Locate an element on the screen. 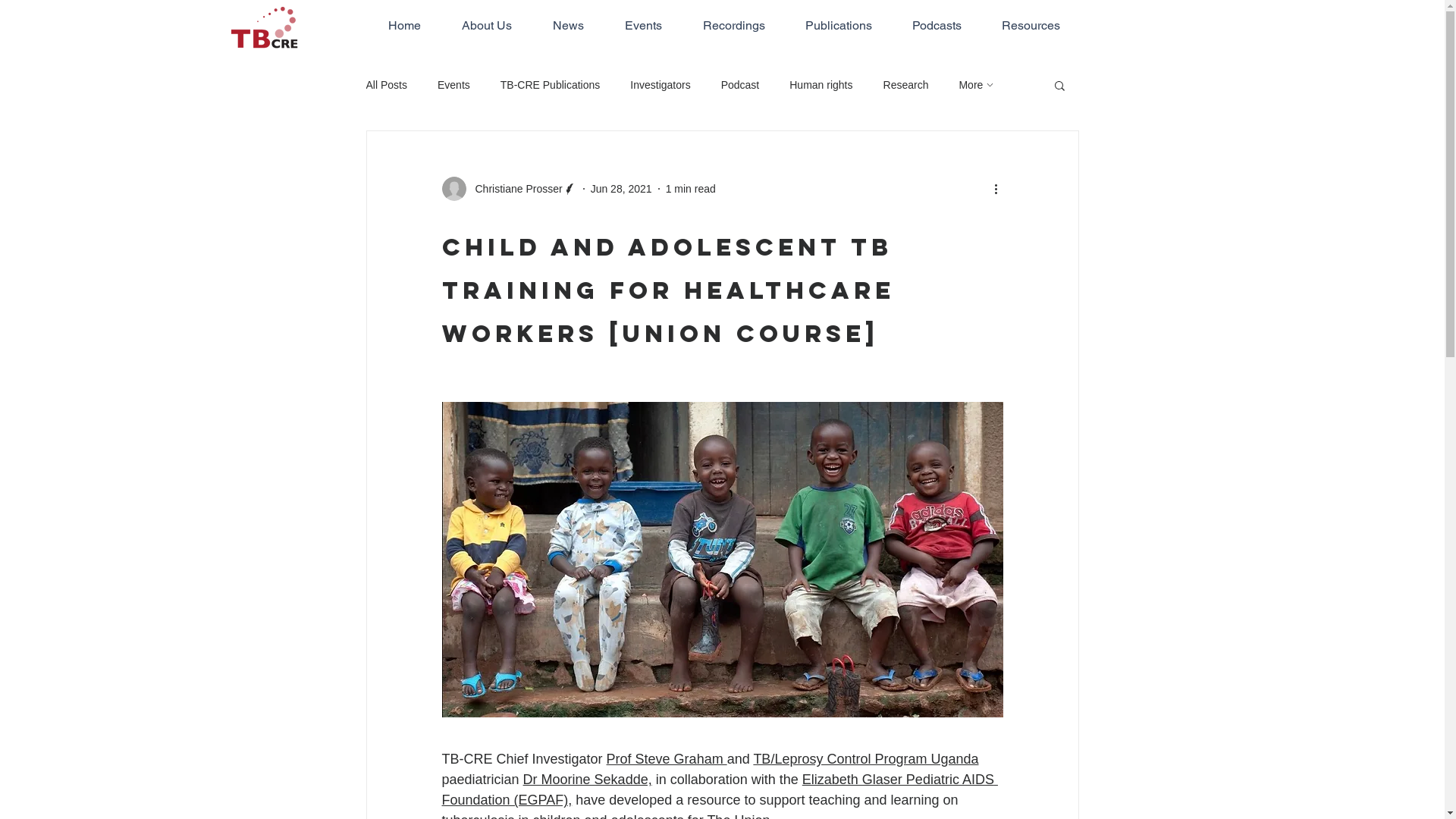 Image resolution: width=1456 pixels, height=819 pixels. 'Research' is located at coordinates (906, 84).